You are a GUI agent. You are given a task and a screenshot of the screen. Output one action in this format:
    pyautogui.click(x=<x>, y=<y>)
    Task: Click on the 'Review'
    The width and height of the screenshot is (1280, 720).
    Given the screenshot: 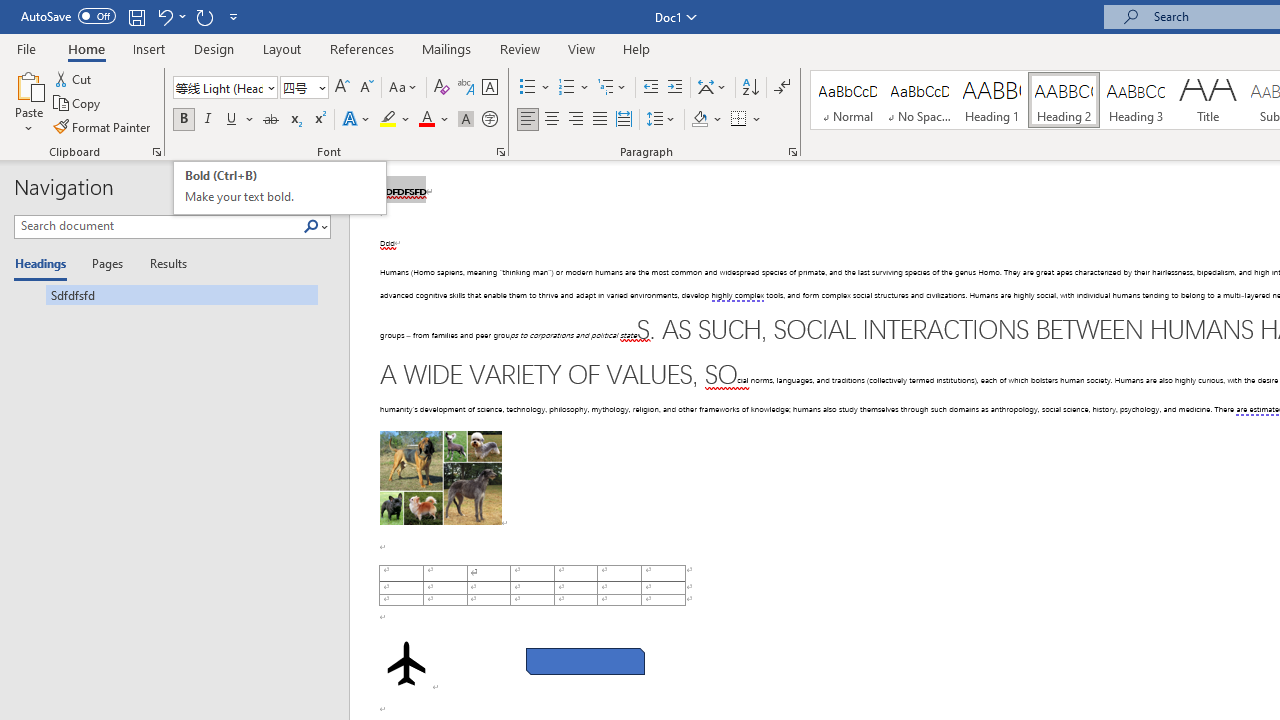 What is the action you would take?
    pyautogui.click(x=520, y=48)
    